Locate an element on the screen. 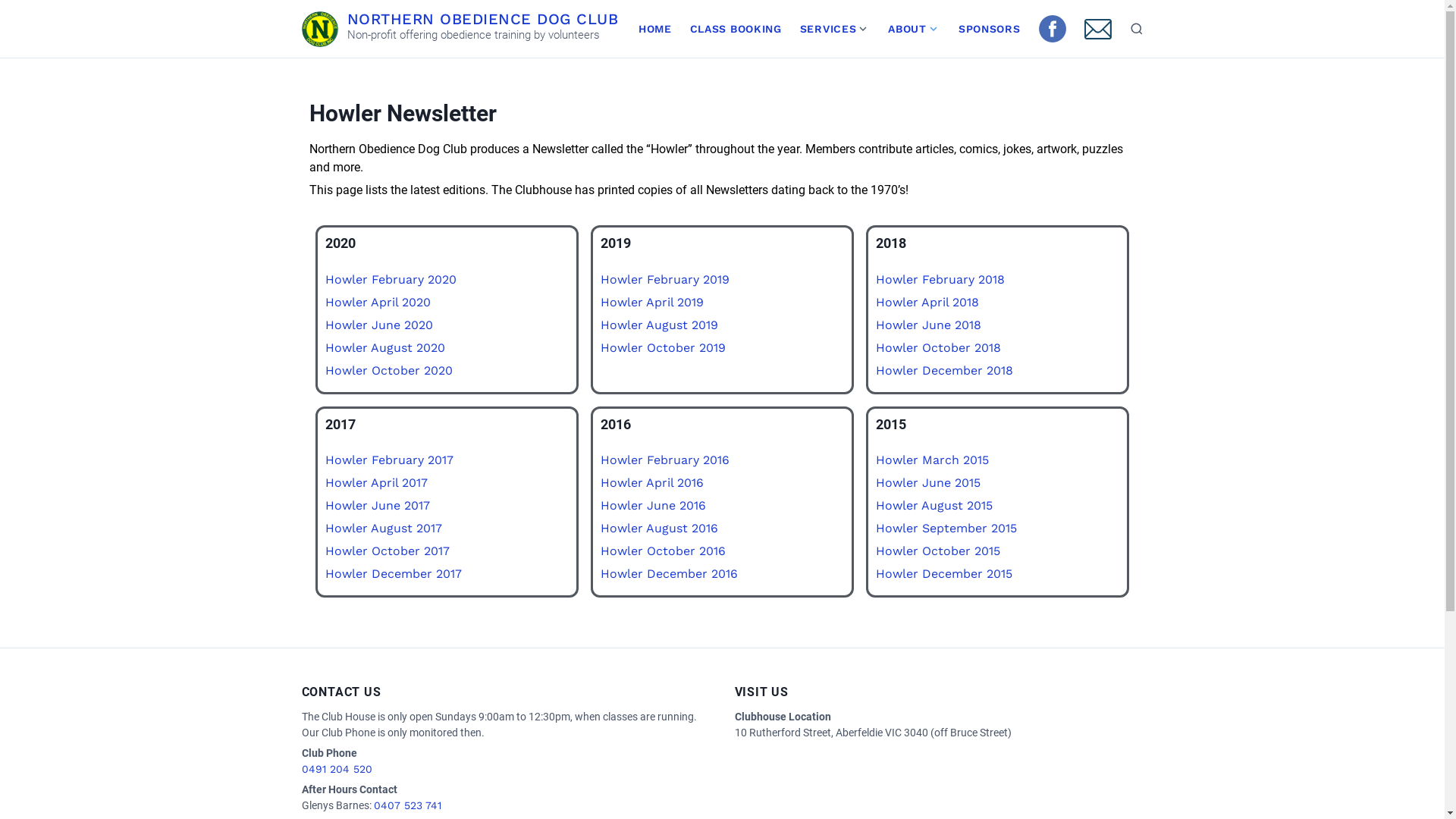  '0407 523 741' is located at coordinates (406, 804).